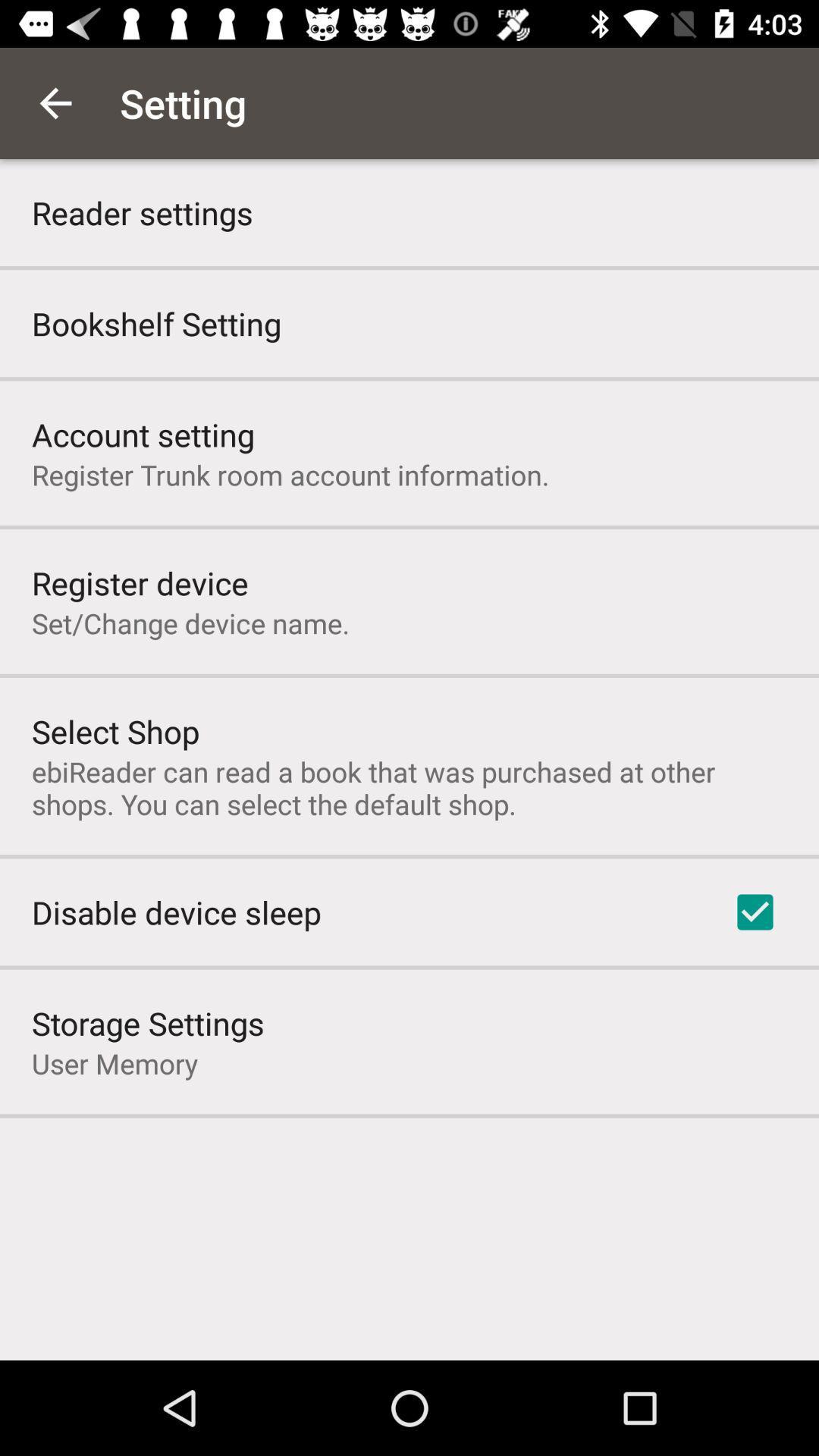 The width and height of the screenshot is (819, 1456). Describe the element at coordinates (140, 582) in the screenshot. I see `the icon above set change device` at that location.